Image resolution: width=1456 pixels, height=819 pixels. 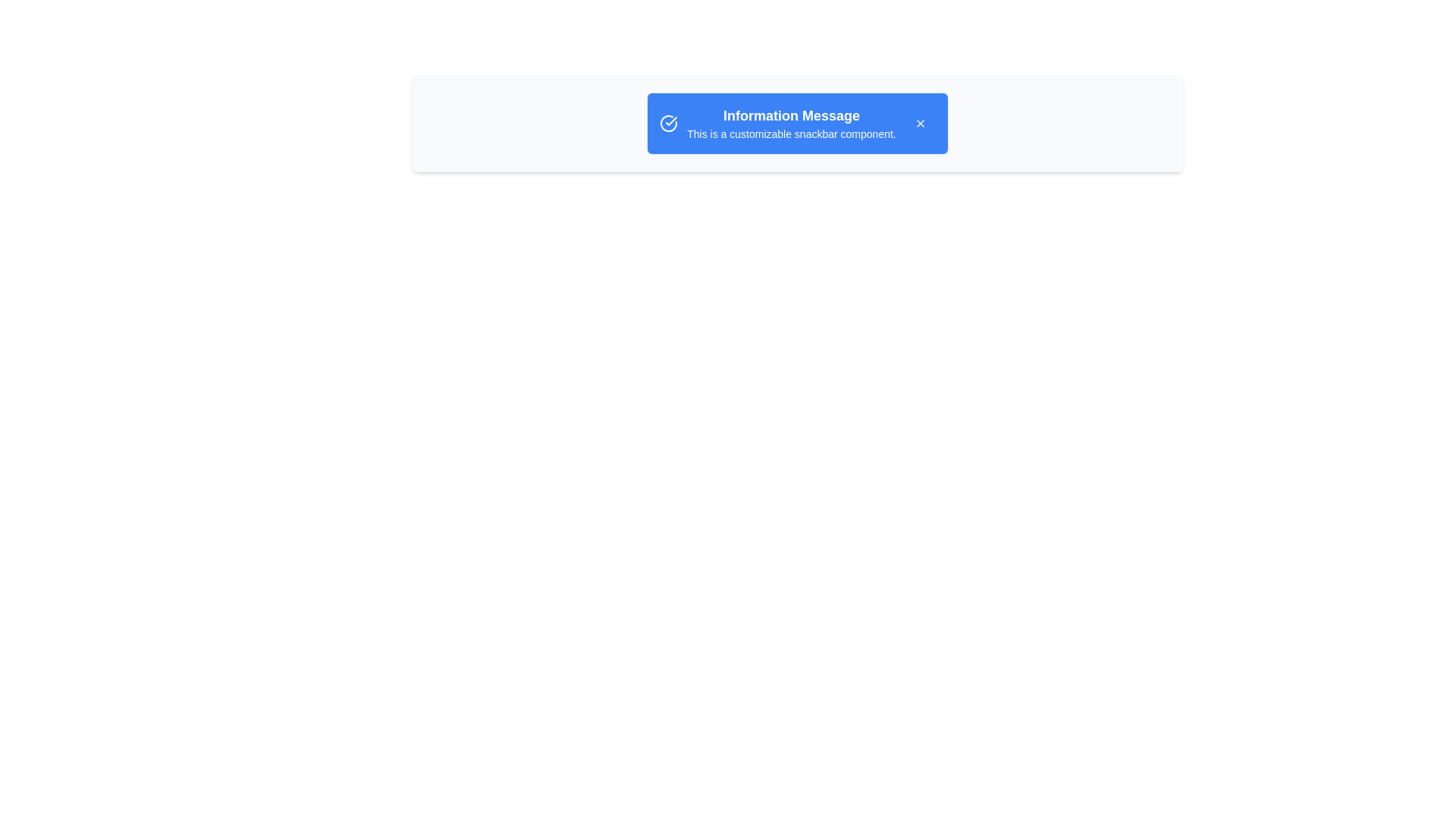 I want to click on the text within the snackbar to select it, so click(x=790, y=122).